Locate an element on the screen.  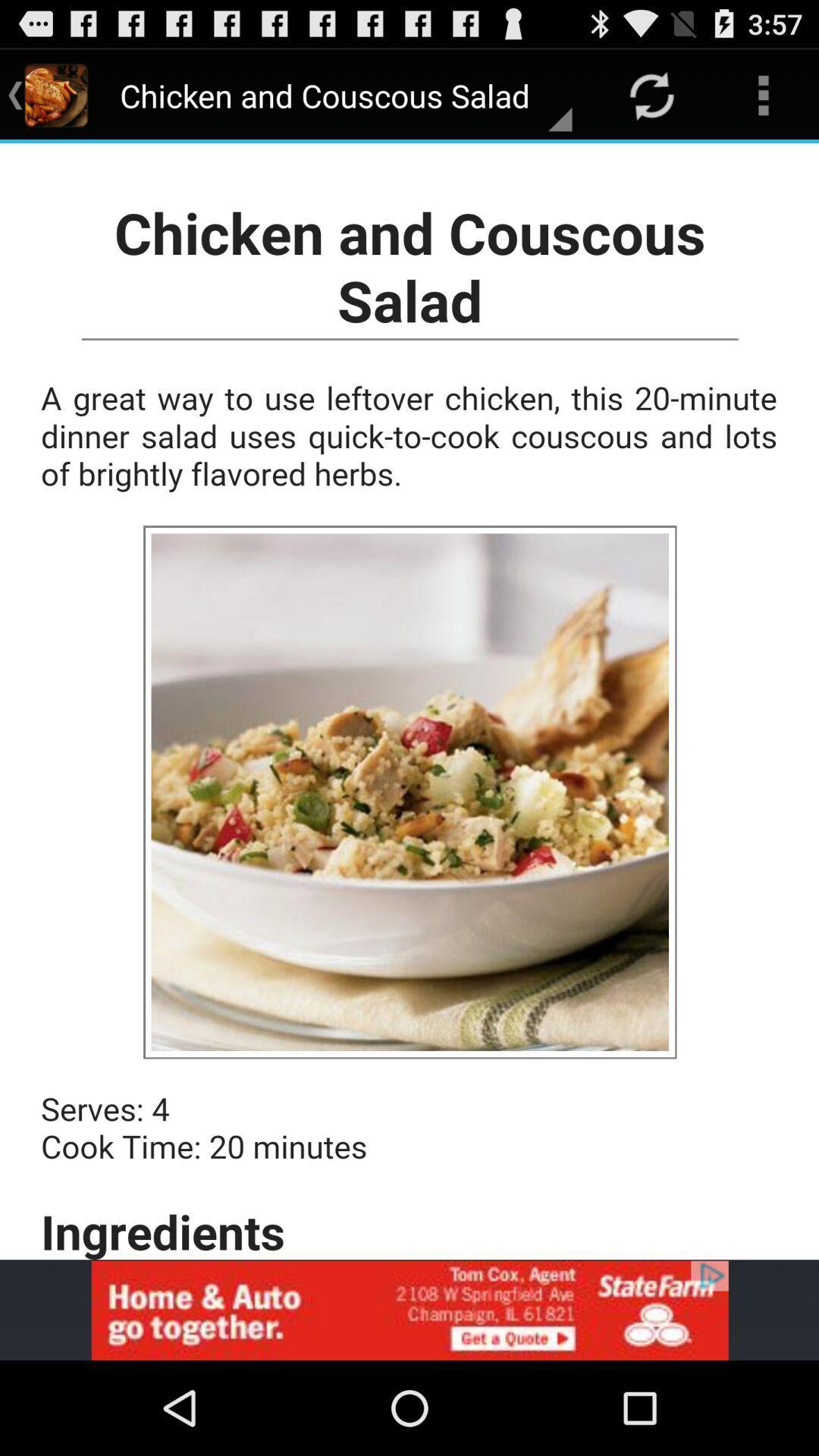
article body is located at coordinates (409, 701).